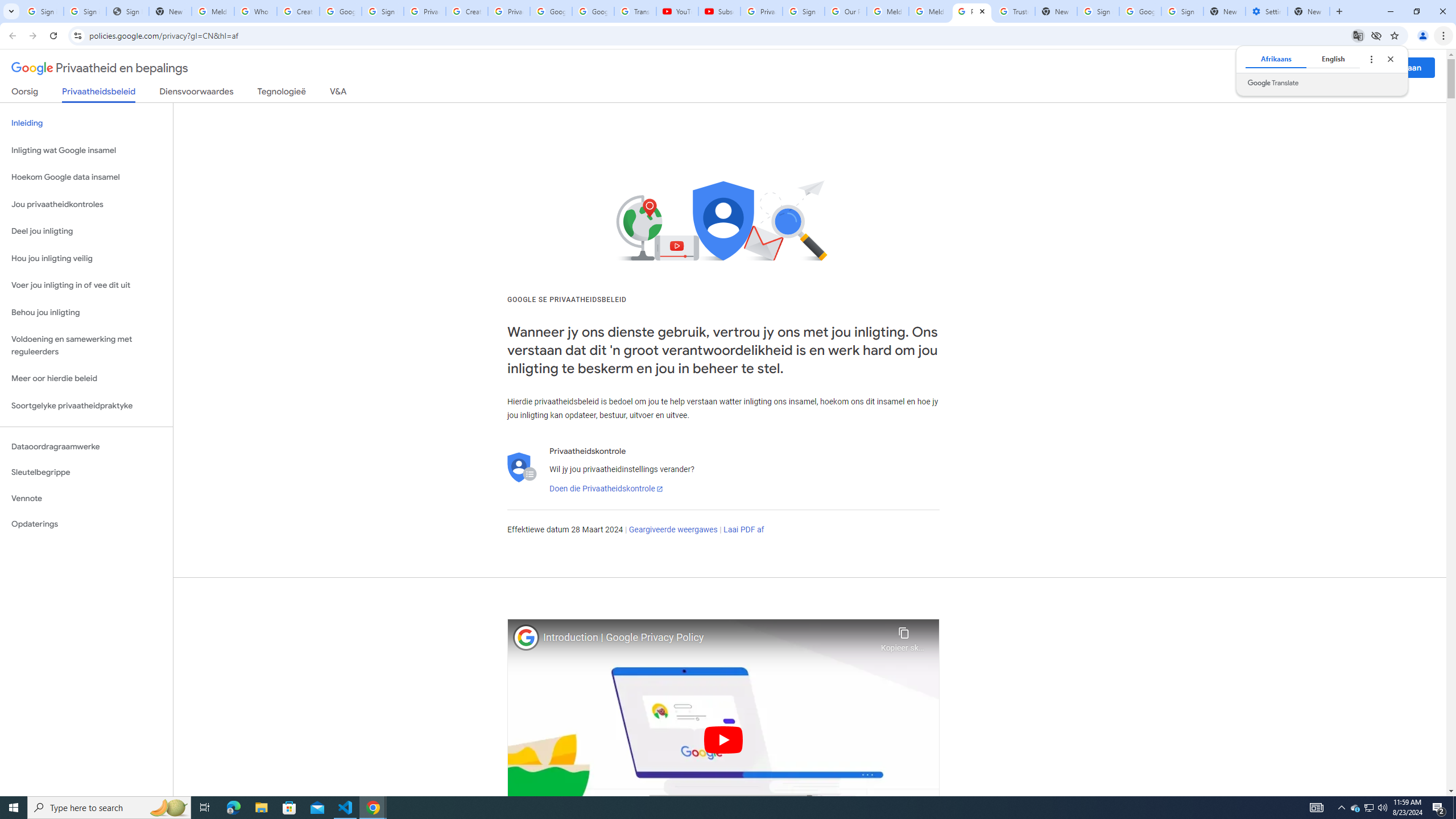 The height and width of the screenshot is (819, 1456). I want to click on 'Translate this page', so click(1358, 35).